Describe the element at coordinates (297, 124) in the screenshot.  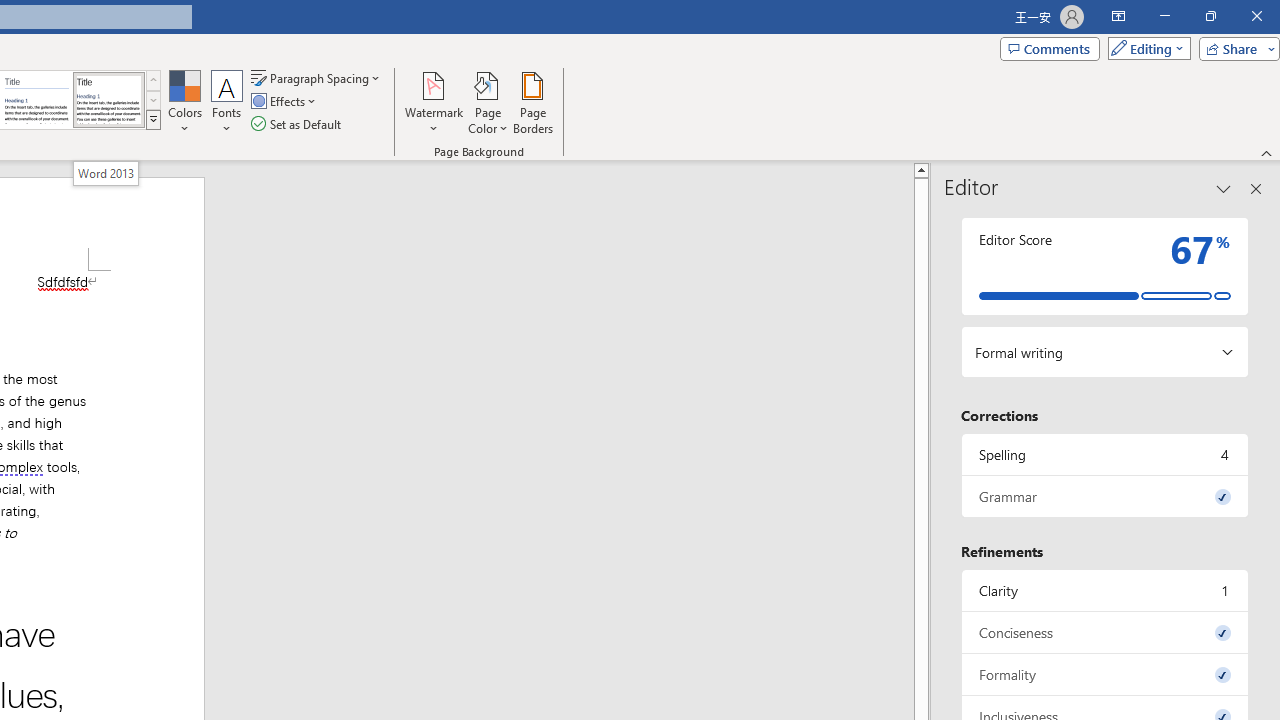
I see `'Set as Default'` at that location.